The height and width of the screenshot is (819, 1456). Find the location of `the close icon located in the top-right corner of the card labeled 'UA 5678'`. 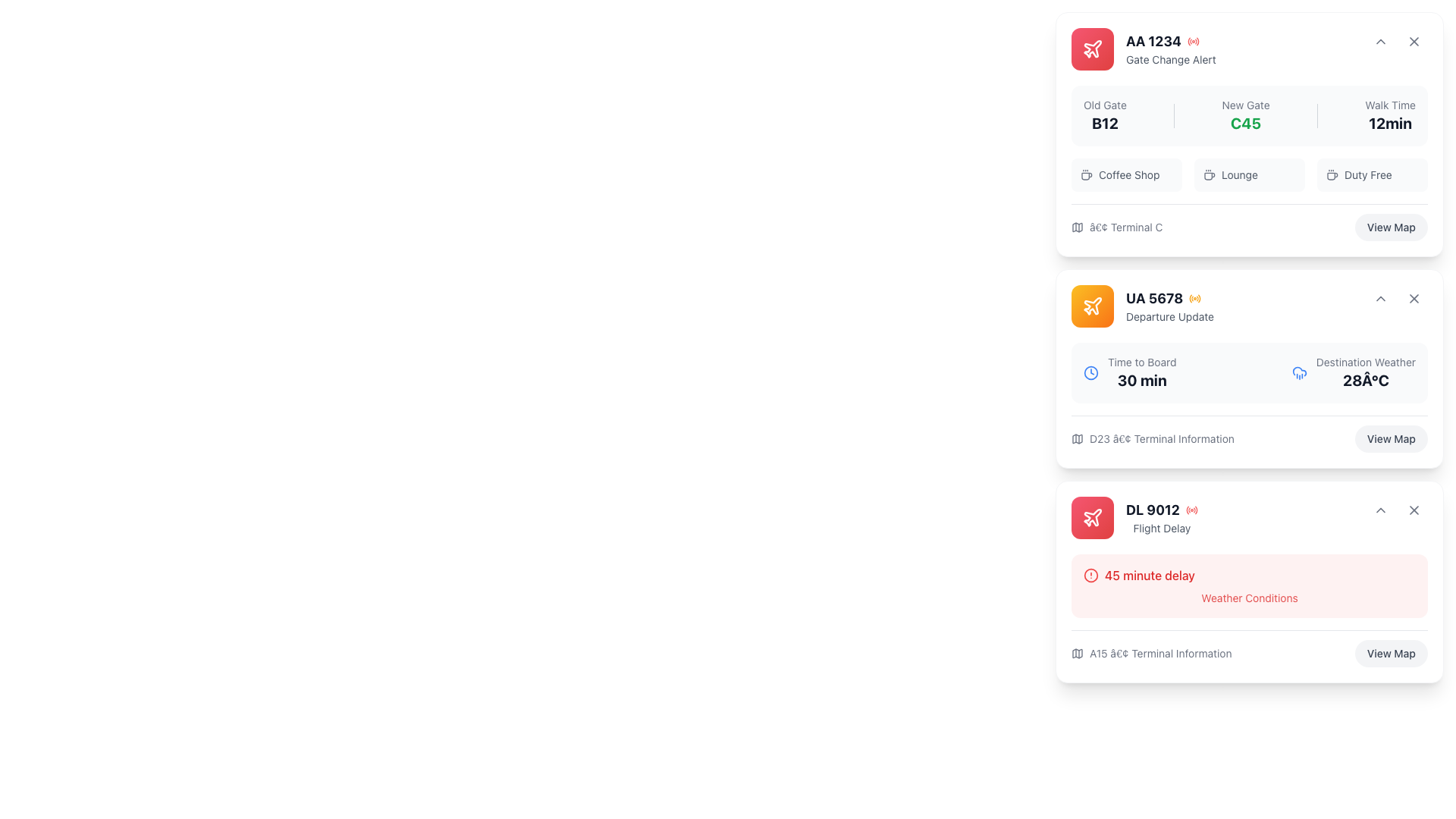

the close icon located in the top-right corner of the card labeled 'UA 5678' is located at coordinates (1414, 298).